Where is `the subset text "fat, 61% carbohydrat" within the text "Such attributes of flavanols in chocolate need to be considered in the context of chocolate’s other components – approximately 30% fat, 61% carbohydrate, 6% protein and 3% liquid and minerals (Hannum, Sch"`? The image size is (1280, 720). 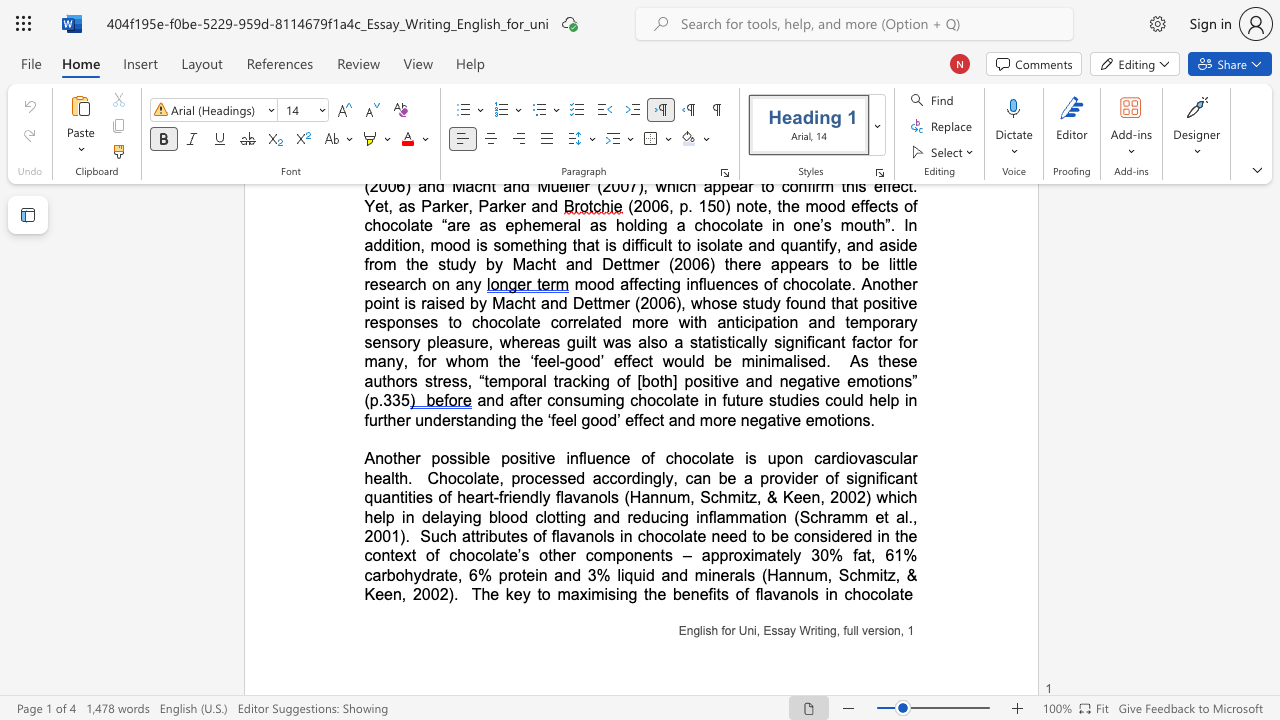 the subset text "fat, 61% carbohydrat" within the text "Such attributes of flavanols in chocolate need to be considered in the context of chocolate’s other components – approximately 30% fat, 61% carbohydrate, 6% protein and 3% liquid and minerals (Hannum, Sch" is located at coordinates (853, 555).